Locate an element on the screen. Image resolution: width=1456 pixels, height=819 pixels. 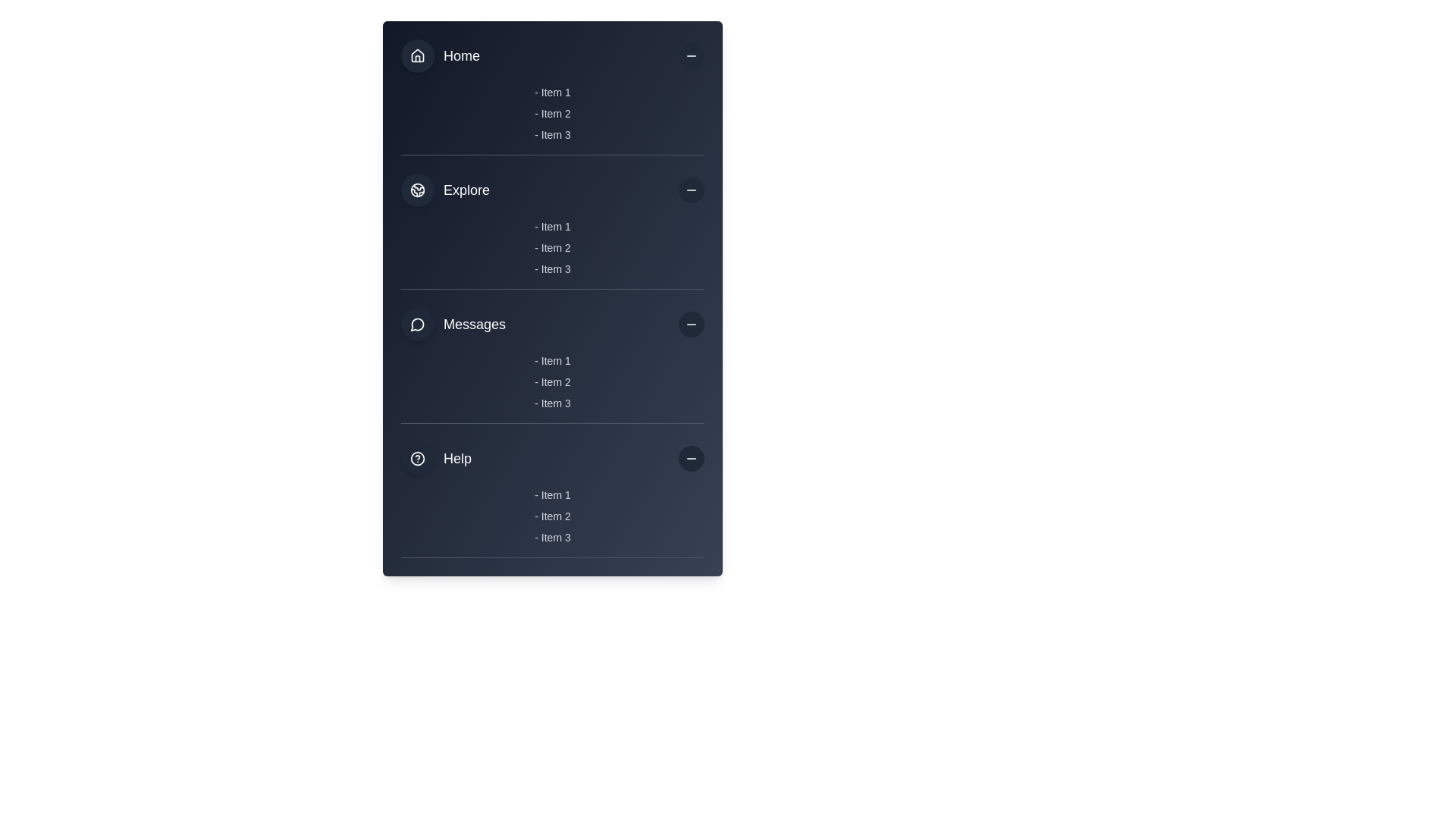
the Text Label displaying '- Item 1', which is the first item in the 'Messages' section, styled in light gray on a dark blue background is located at coordinates (552, 360).